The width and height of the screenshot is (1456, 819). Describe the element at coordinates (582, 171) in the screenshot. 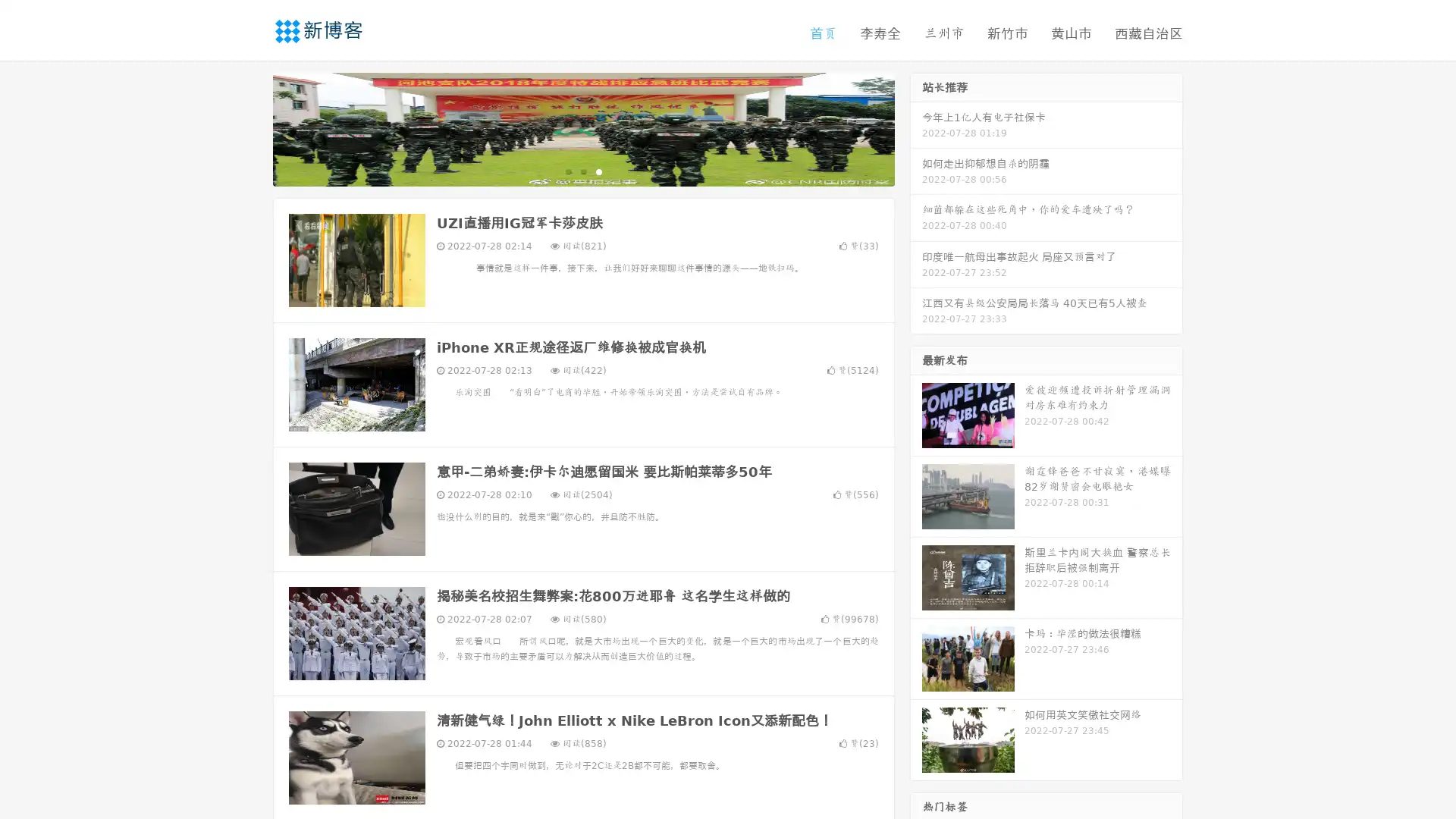

I see `Go to slide 2` at that location.